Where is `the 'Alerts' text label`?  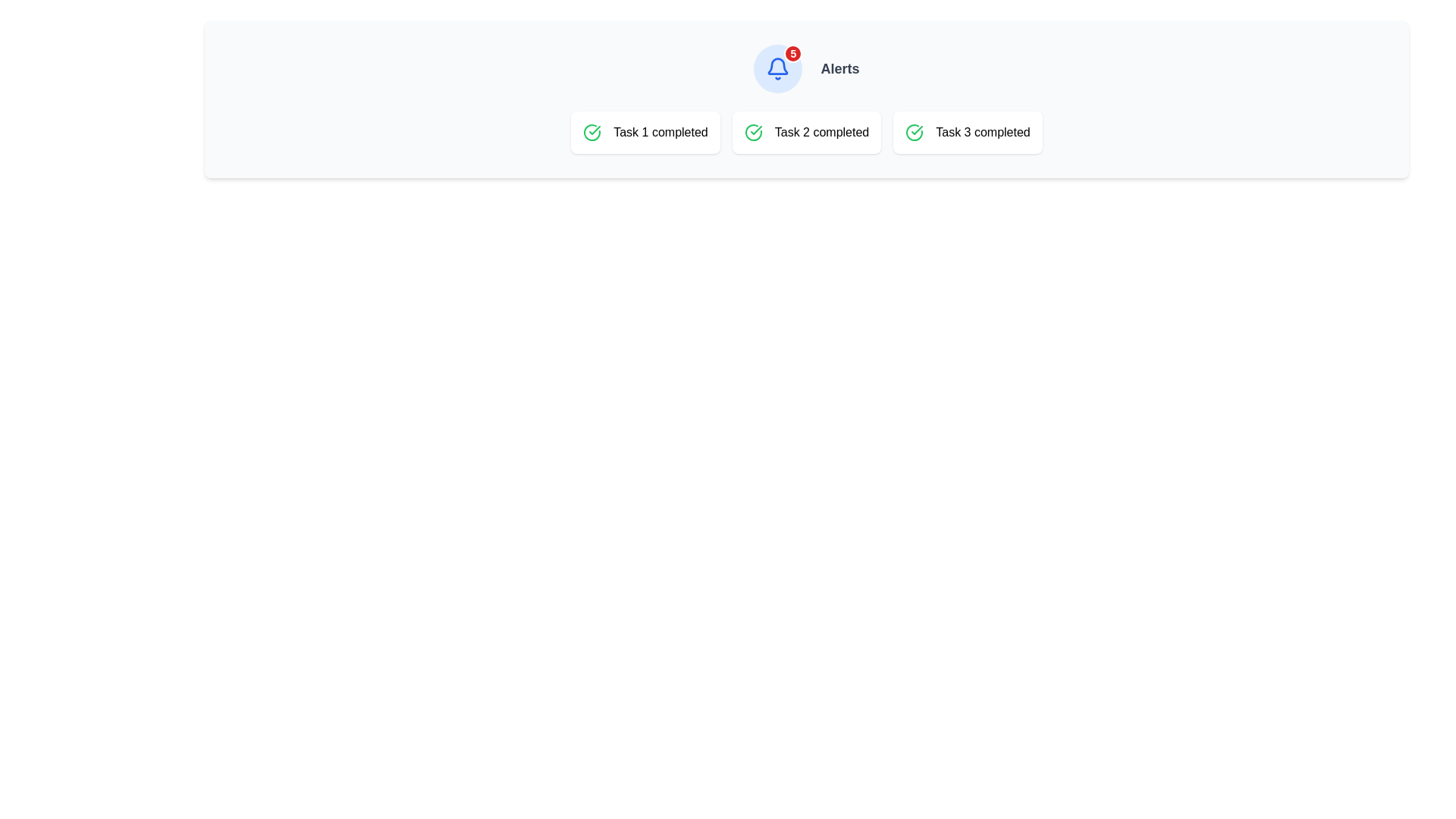
the 'Alerts' text label is located at coordinates (839, 69).